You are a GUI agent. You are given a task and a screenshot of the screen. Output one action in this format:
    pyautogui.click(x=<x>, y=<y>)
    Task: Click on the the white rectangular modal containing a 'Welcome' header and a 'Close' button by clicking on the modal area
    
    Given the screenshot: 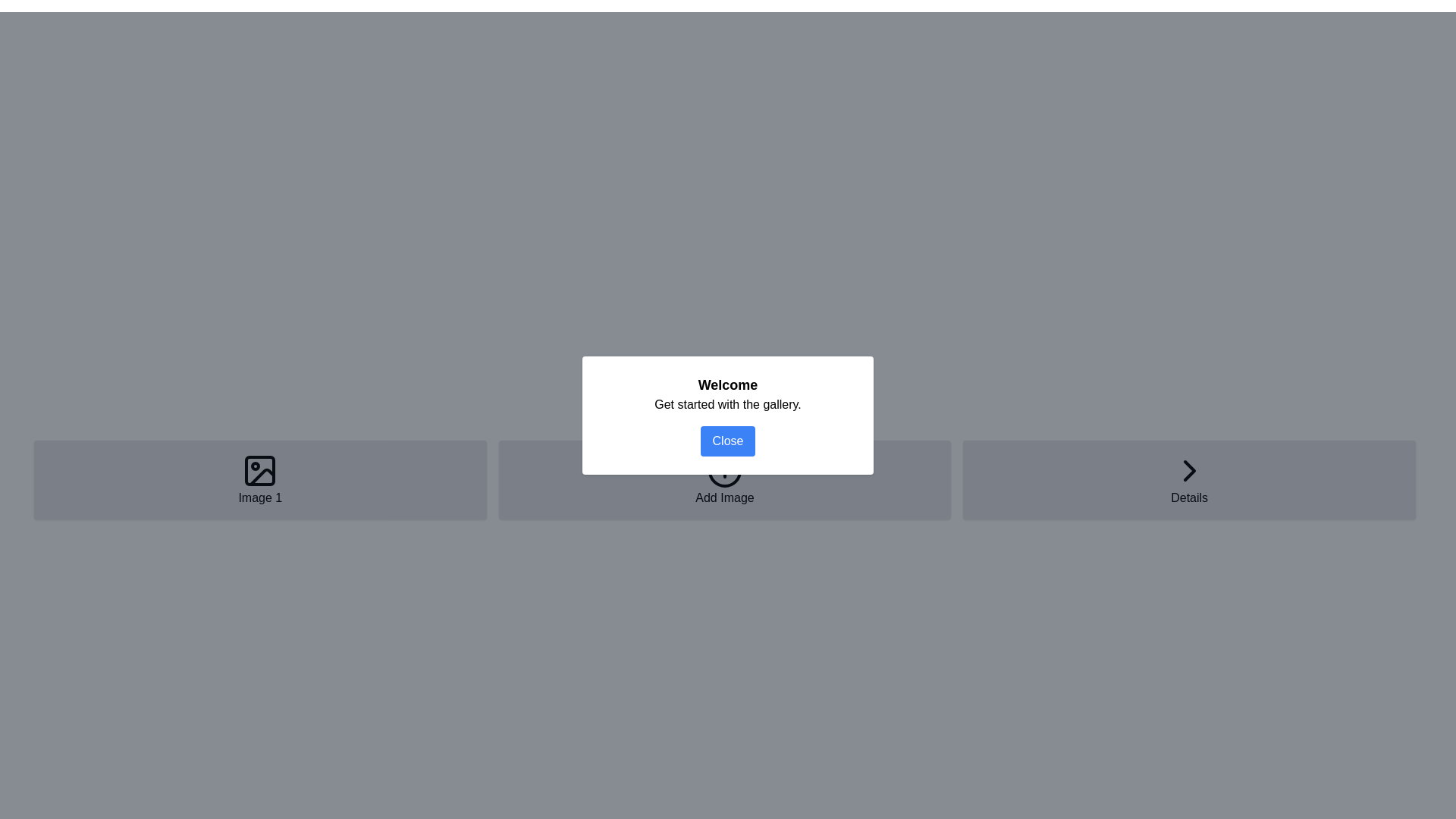 What is the action you would take?
    pyautogui.click(x=728, y=415)
    